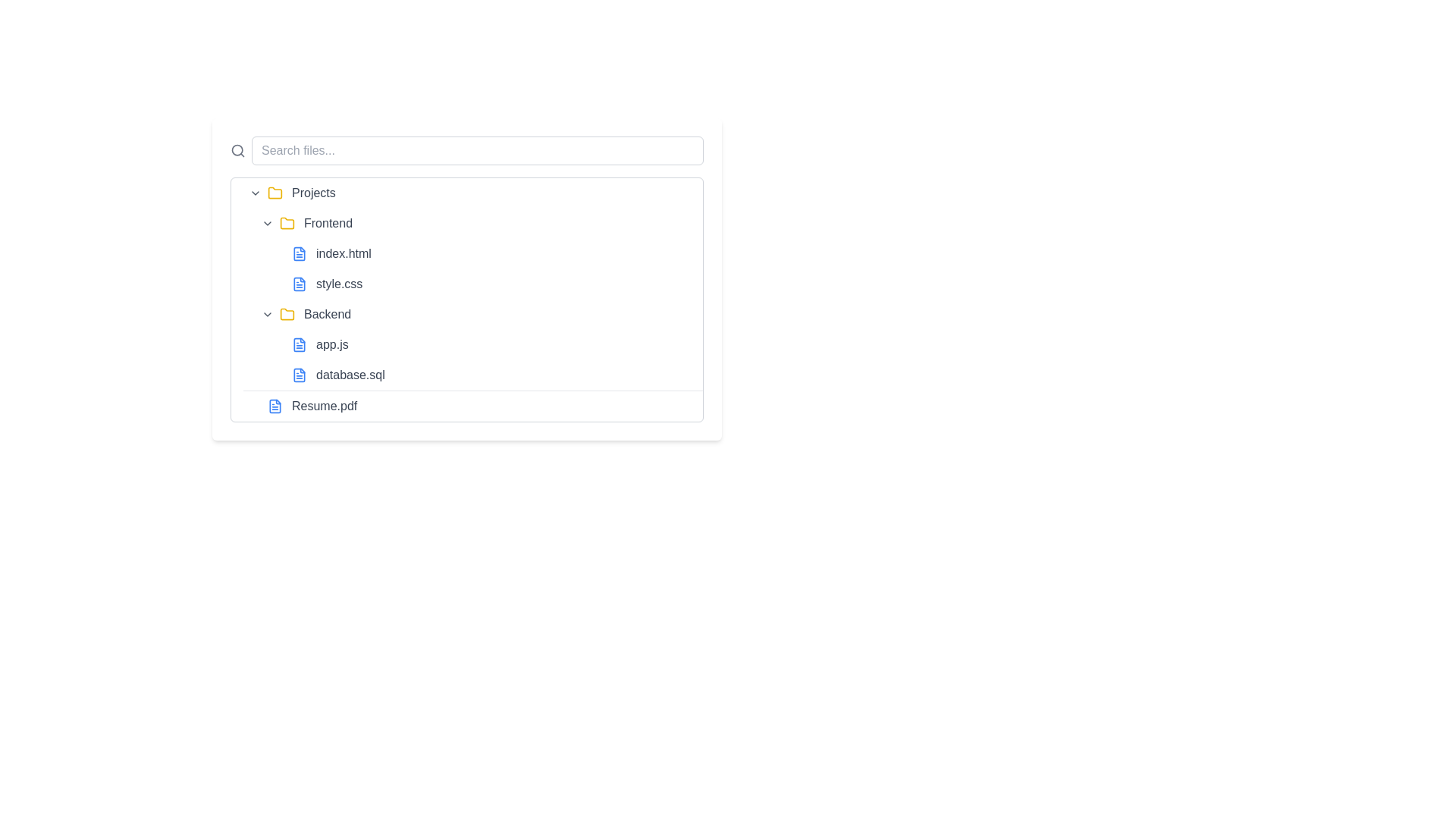 The image size is (1456, 819). What do you see at coordinates (237, 150) in the screenshot?
I see `the SVG circle graphic that is part of the larger magnifying glass icon located in the top-left region, to the left of the search input field` at bounding box center [237, 150].